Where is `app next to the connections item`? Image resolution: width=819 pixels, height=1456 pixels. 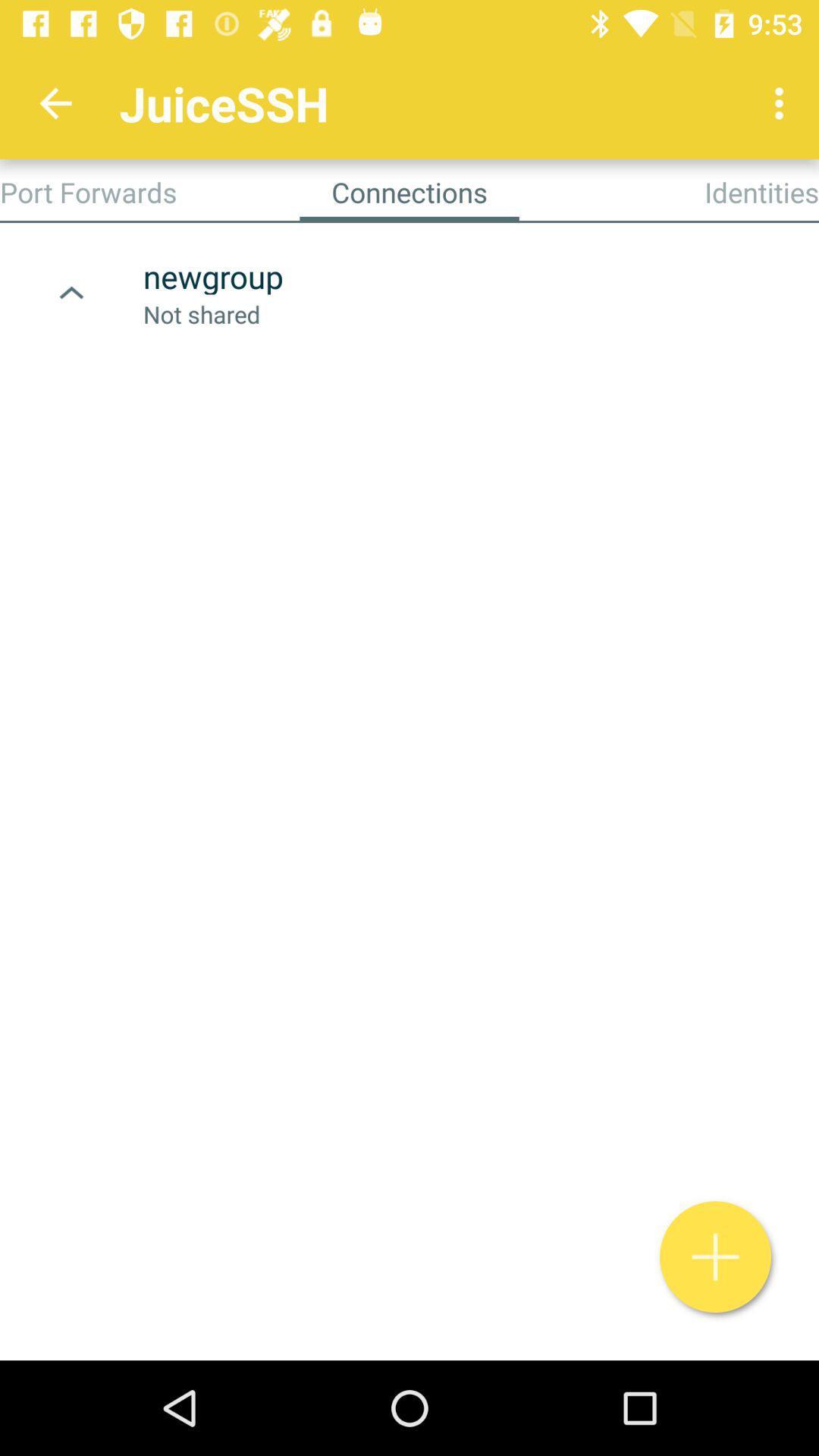
app next to the connections item is located at coordinates (88, 191).